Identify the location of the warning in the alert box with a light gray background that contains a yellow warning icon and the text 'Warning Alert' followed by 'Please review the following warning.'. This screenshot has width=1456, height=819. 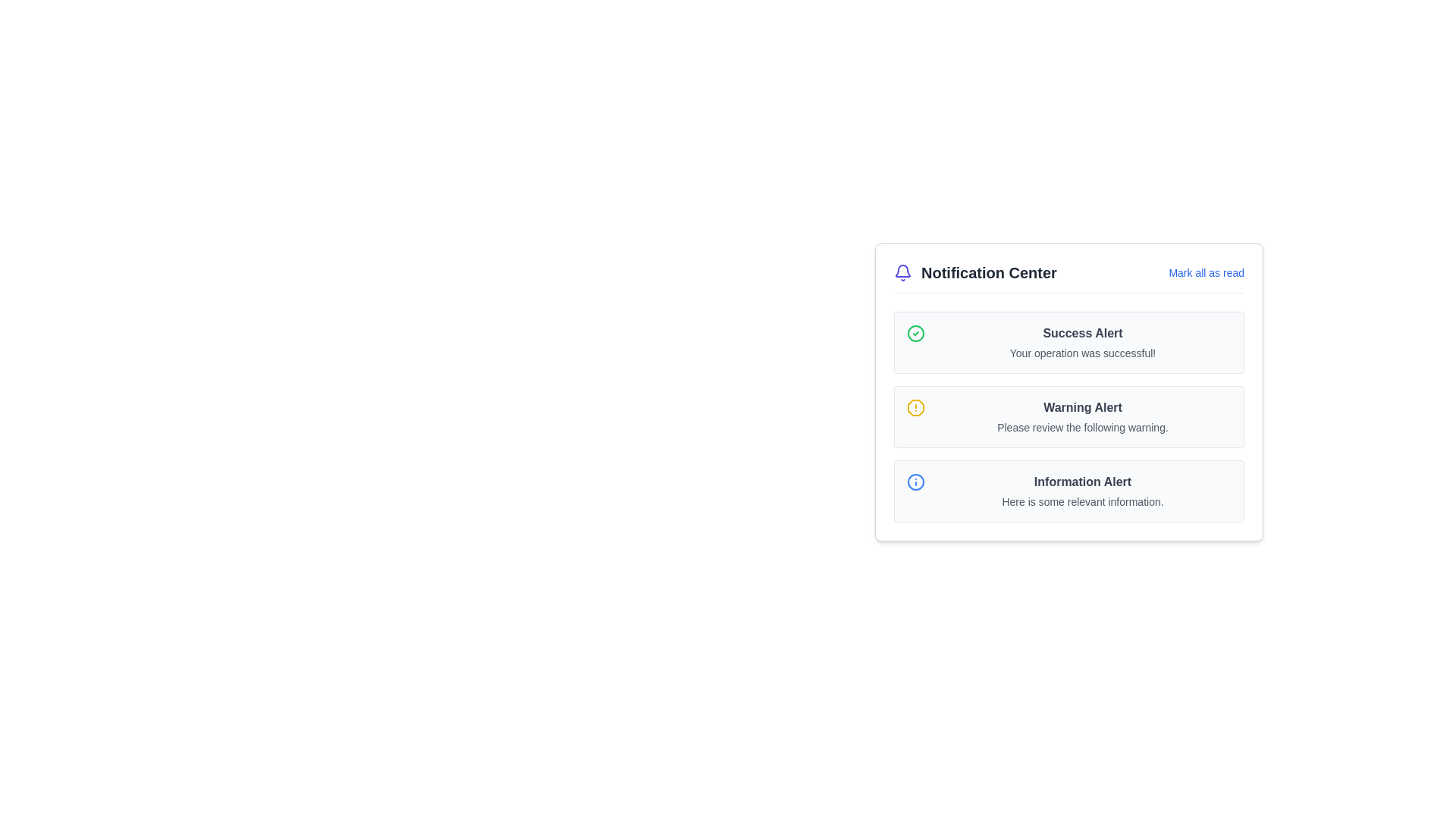
(1068, 417).